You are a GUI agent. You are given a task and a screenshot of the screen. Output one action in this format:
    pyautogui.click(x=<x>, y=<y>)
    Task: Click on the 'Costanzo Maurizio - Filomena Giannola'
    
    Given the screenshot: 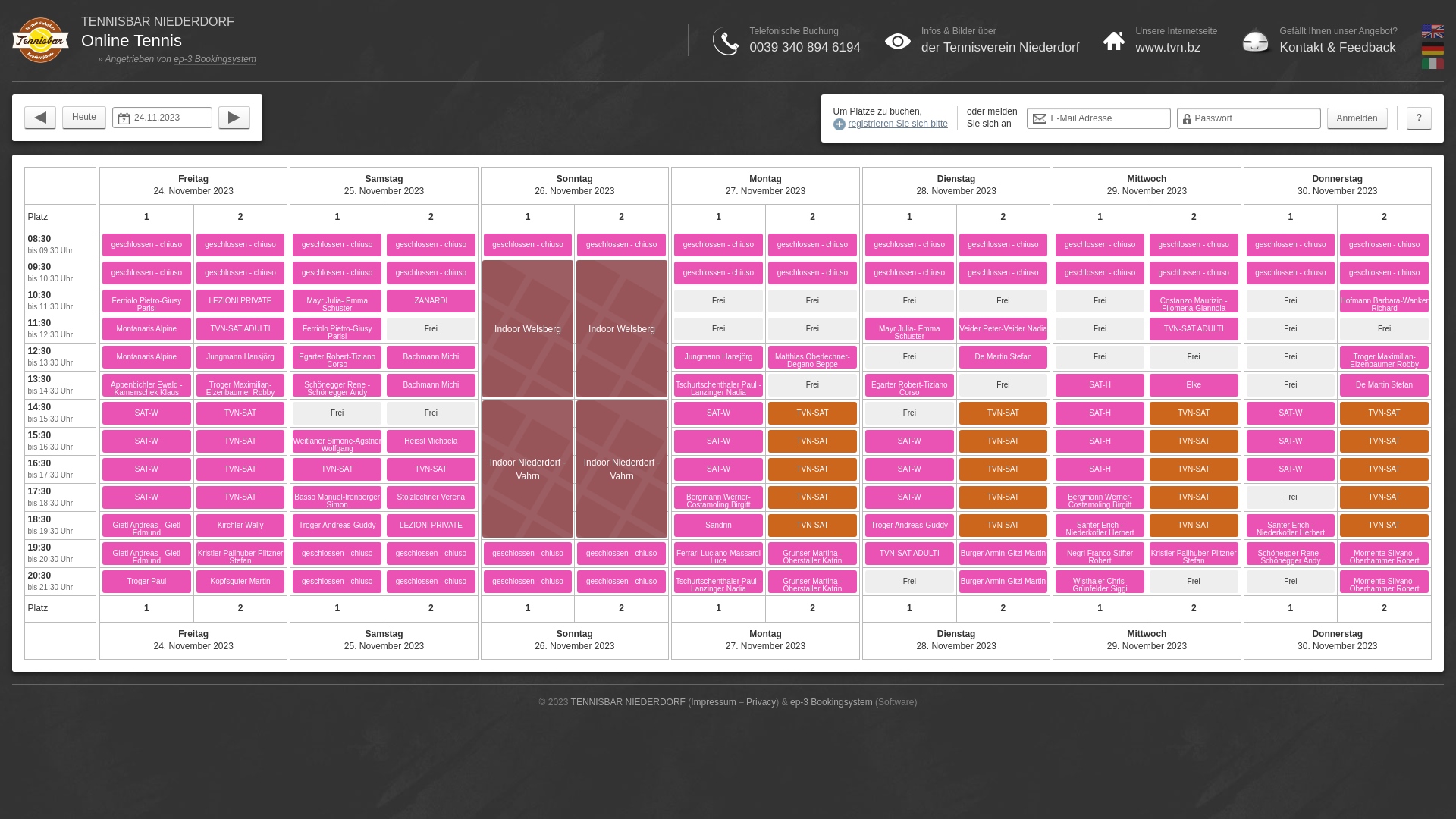 What is the action you would take?
    pyautogui.click(x=1193, y=301)
    